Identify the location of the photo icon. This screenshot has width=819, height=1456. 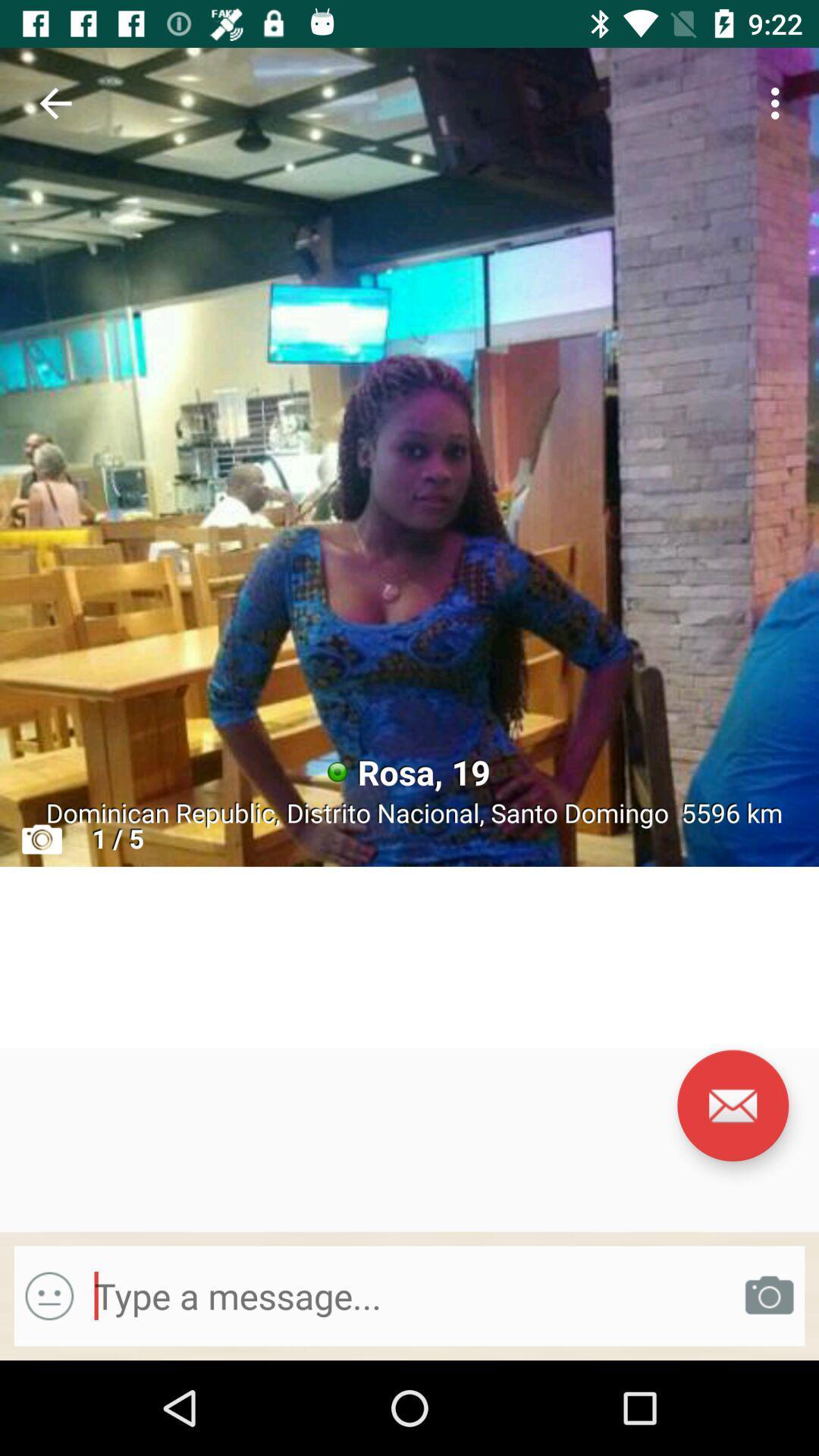
(769, 1295).